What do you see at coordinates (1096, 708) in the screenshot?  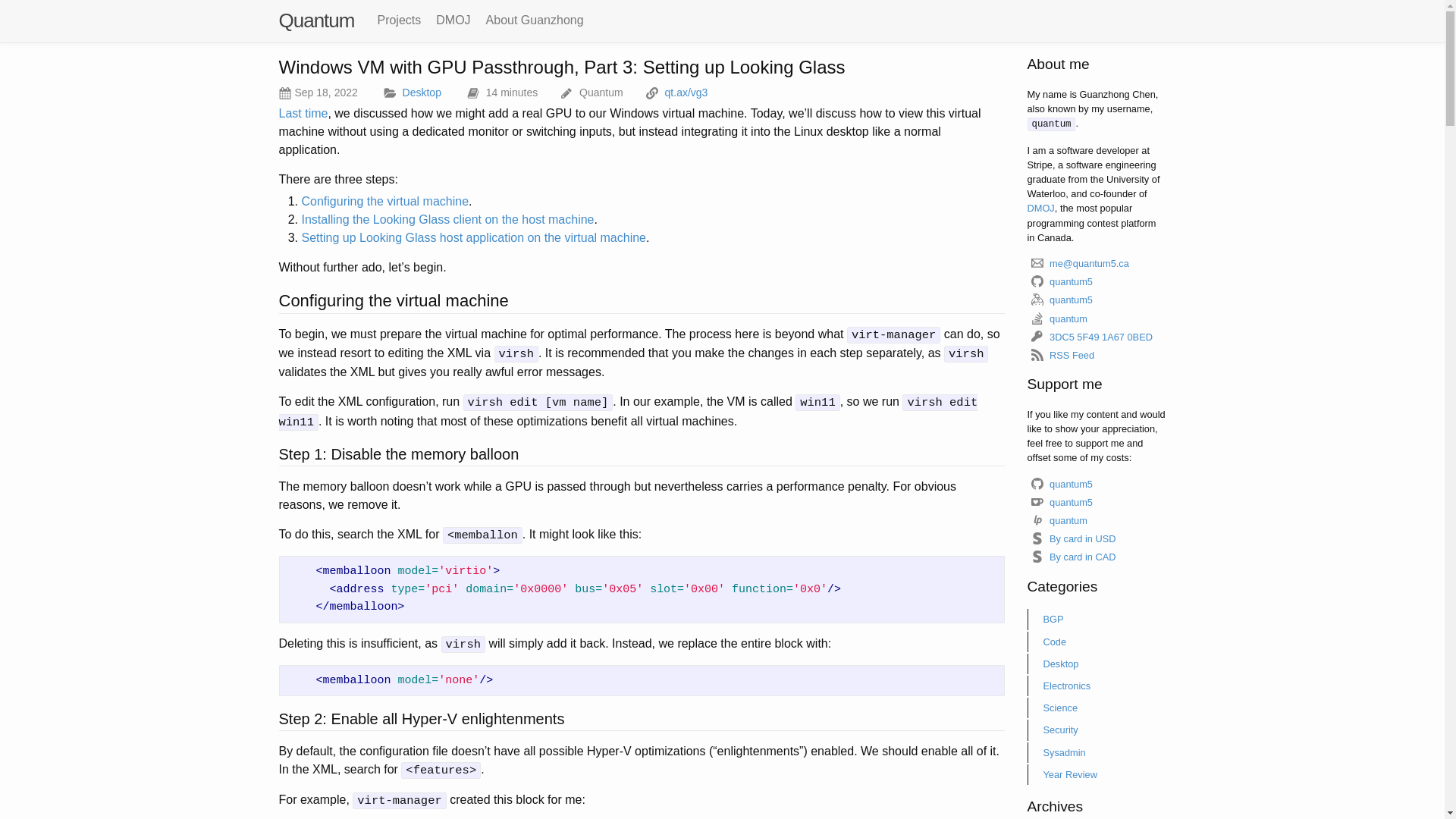 I see `'Science'` at bounding box center [1096, 708].